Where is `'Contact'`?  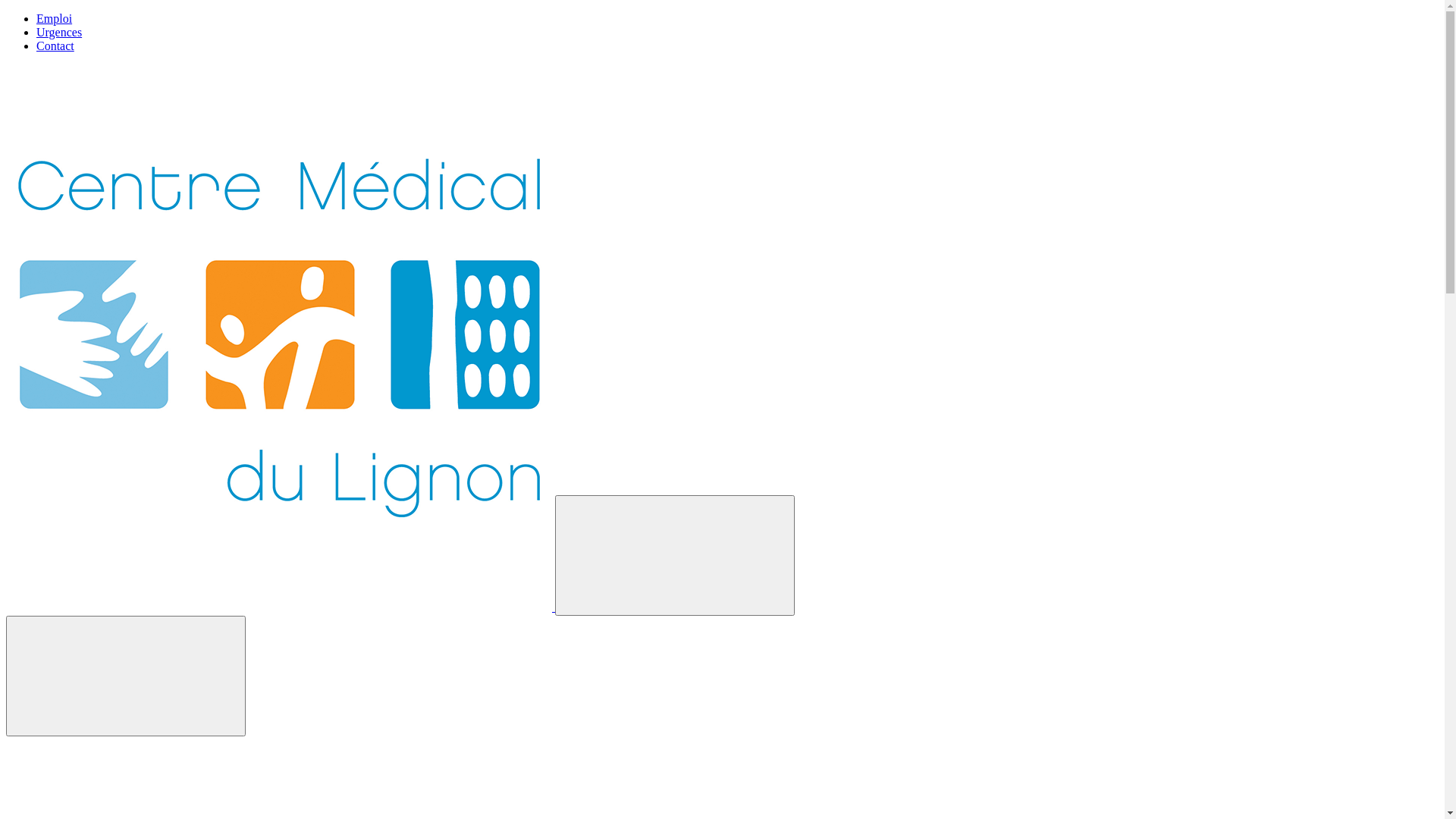 'Contact' is located at coordinates (55, 45).